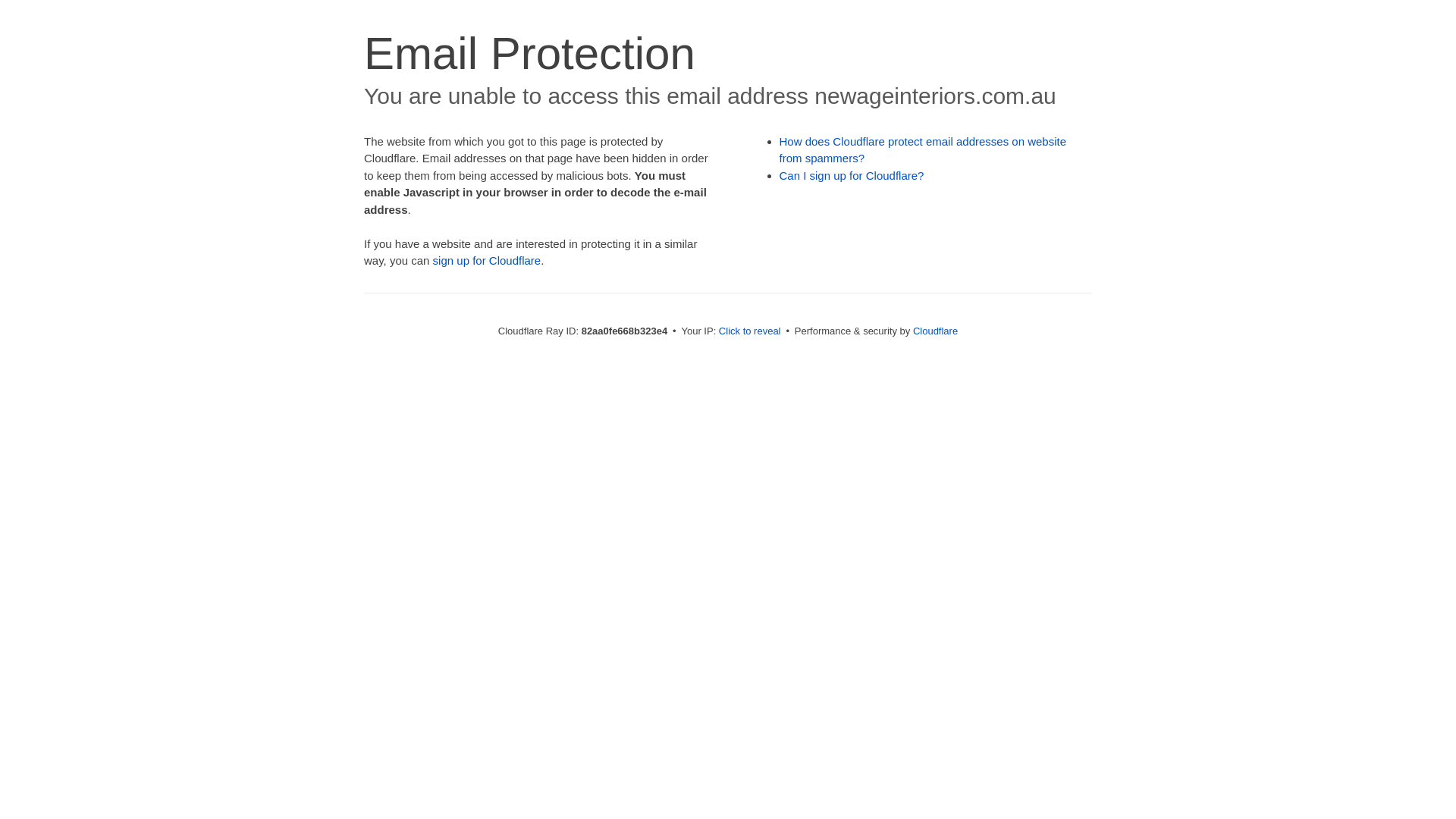 The image size is (1456, 819). What do you see at coordinates (487, 259) in the screenshot?
I see `'sign up for Cloudflare'` at bounding box center [487, 259].